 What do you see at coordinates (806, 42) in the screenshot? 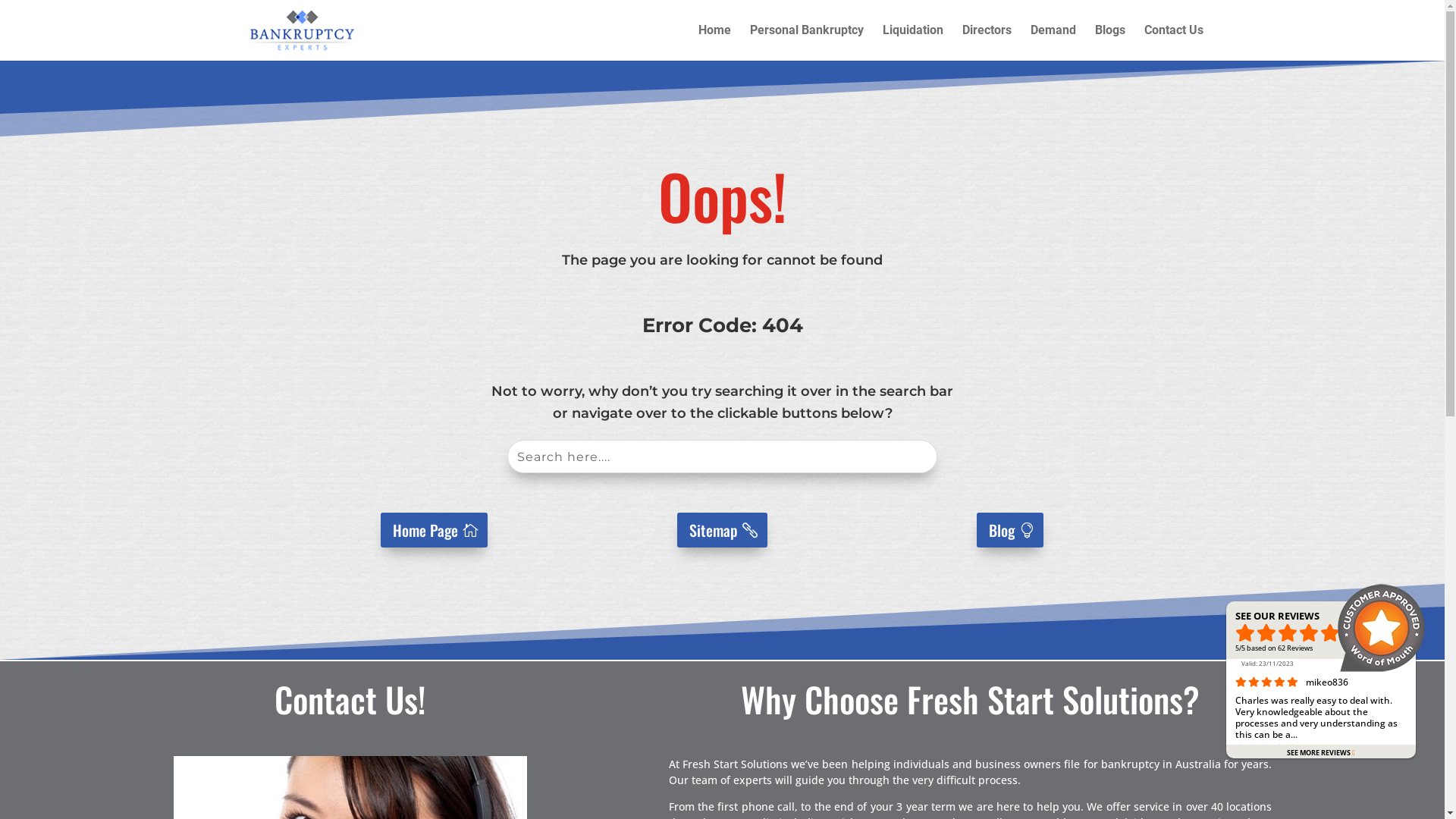
I see `'Personal Bankruptcy'` at bounding box center [806, 42].